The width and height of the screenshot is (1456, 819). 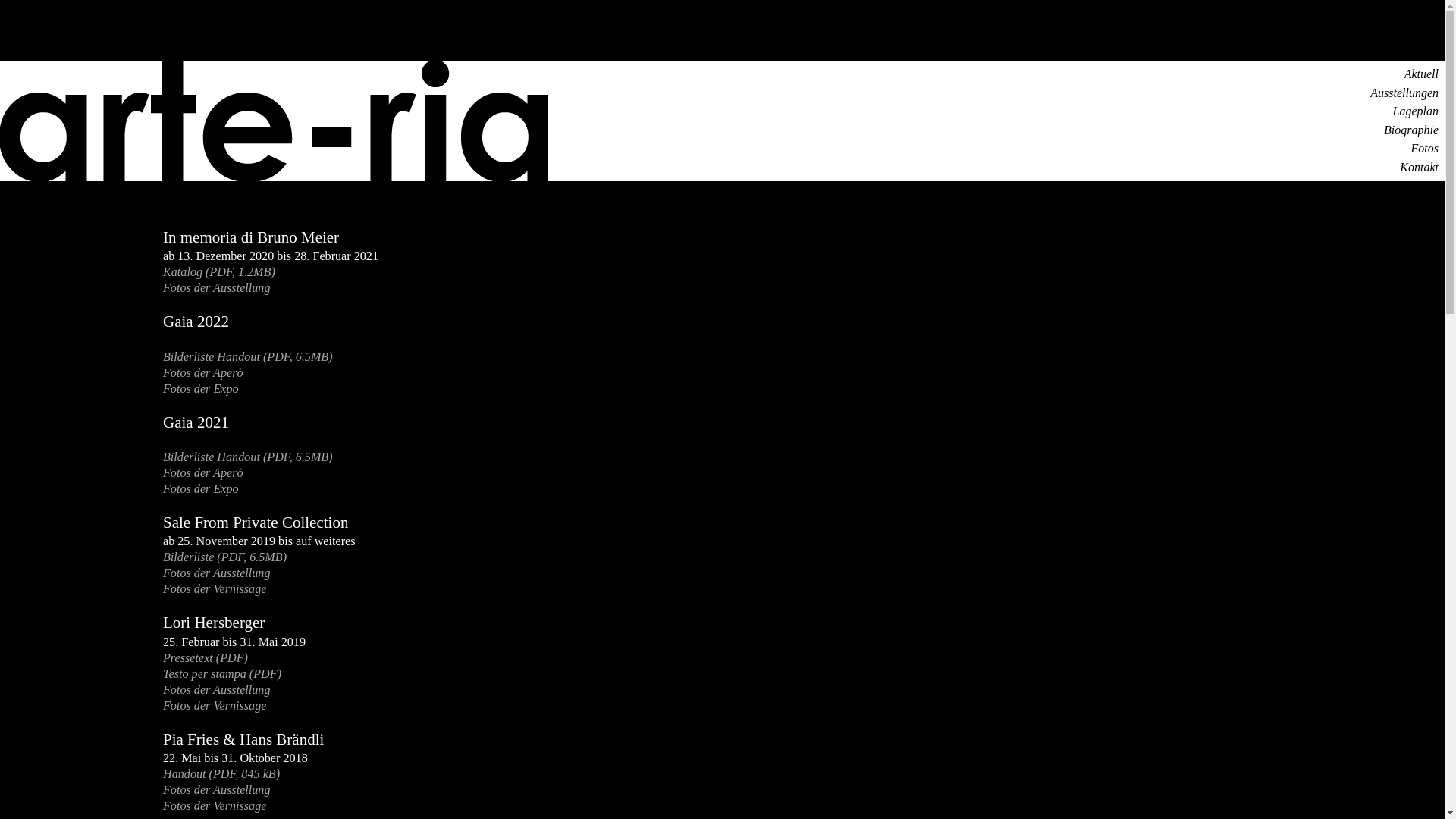 What do you see at coordinates (247, 456) in the screenshot?
I see `'Bilderliste Handout (PDF, 6.5MB)'` at bounding box center [247, 456].